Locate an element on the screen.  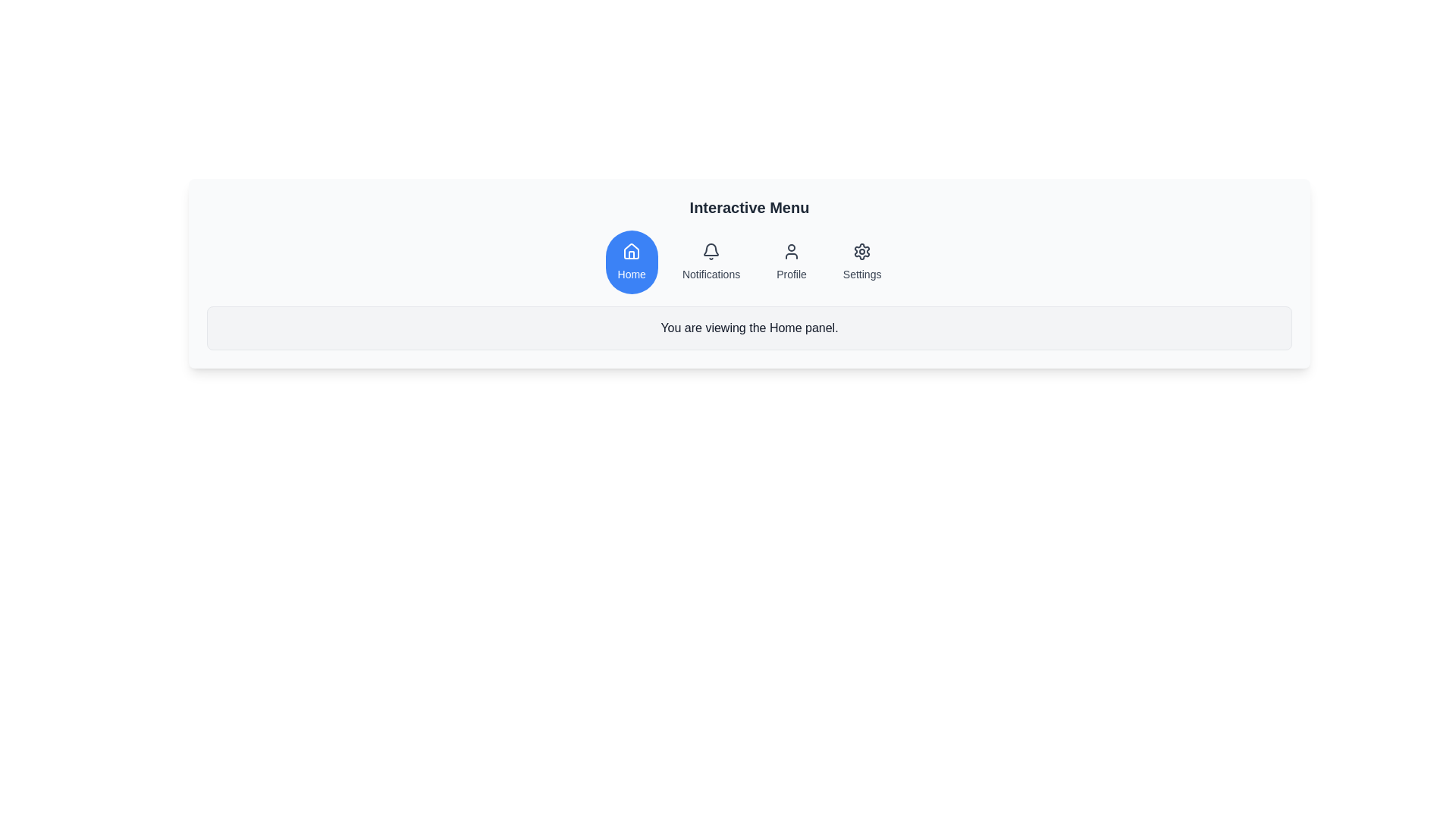
the settings icon is located at coordinates (862, 250).